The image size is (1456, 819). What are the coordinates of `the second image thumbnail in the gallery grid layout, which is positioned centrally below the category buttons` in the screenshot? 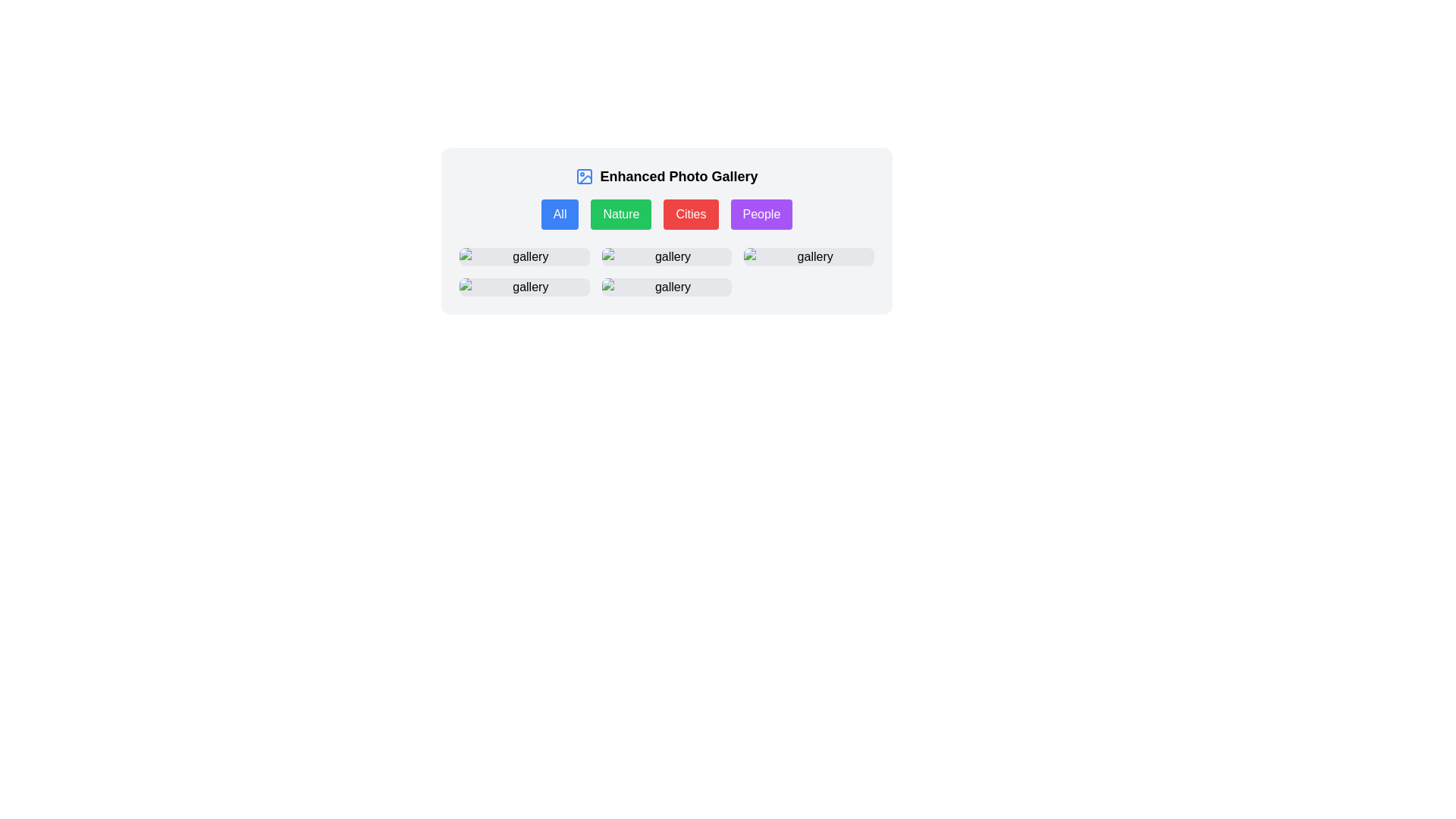 It's located at (667, 271).